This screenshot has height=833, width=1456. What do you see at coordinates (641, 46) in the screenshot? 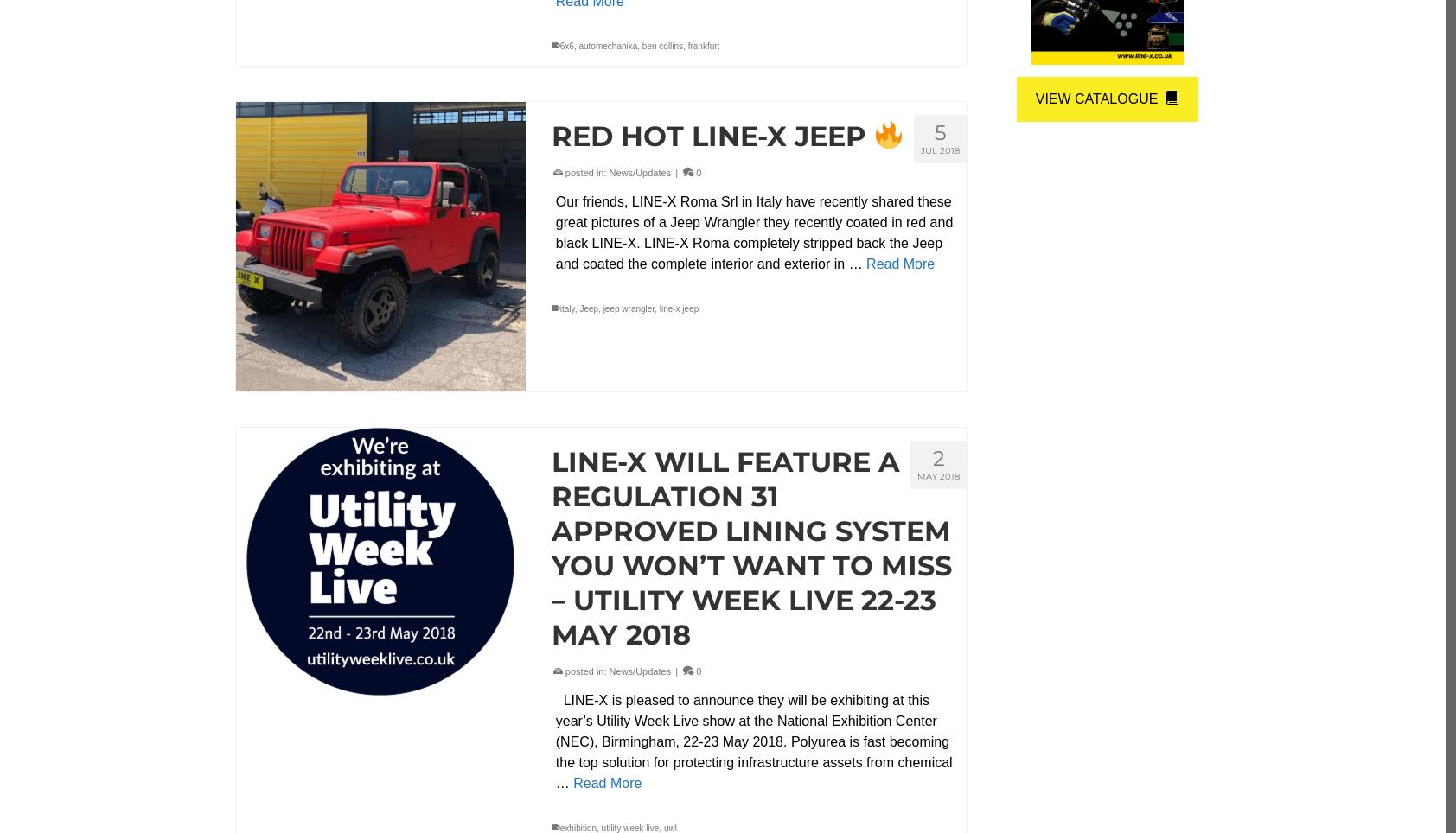
I see `'ben collins'` at bounding box center [641, 46].